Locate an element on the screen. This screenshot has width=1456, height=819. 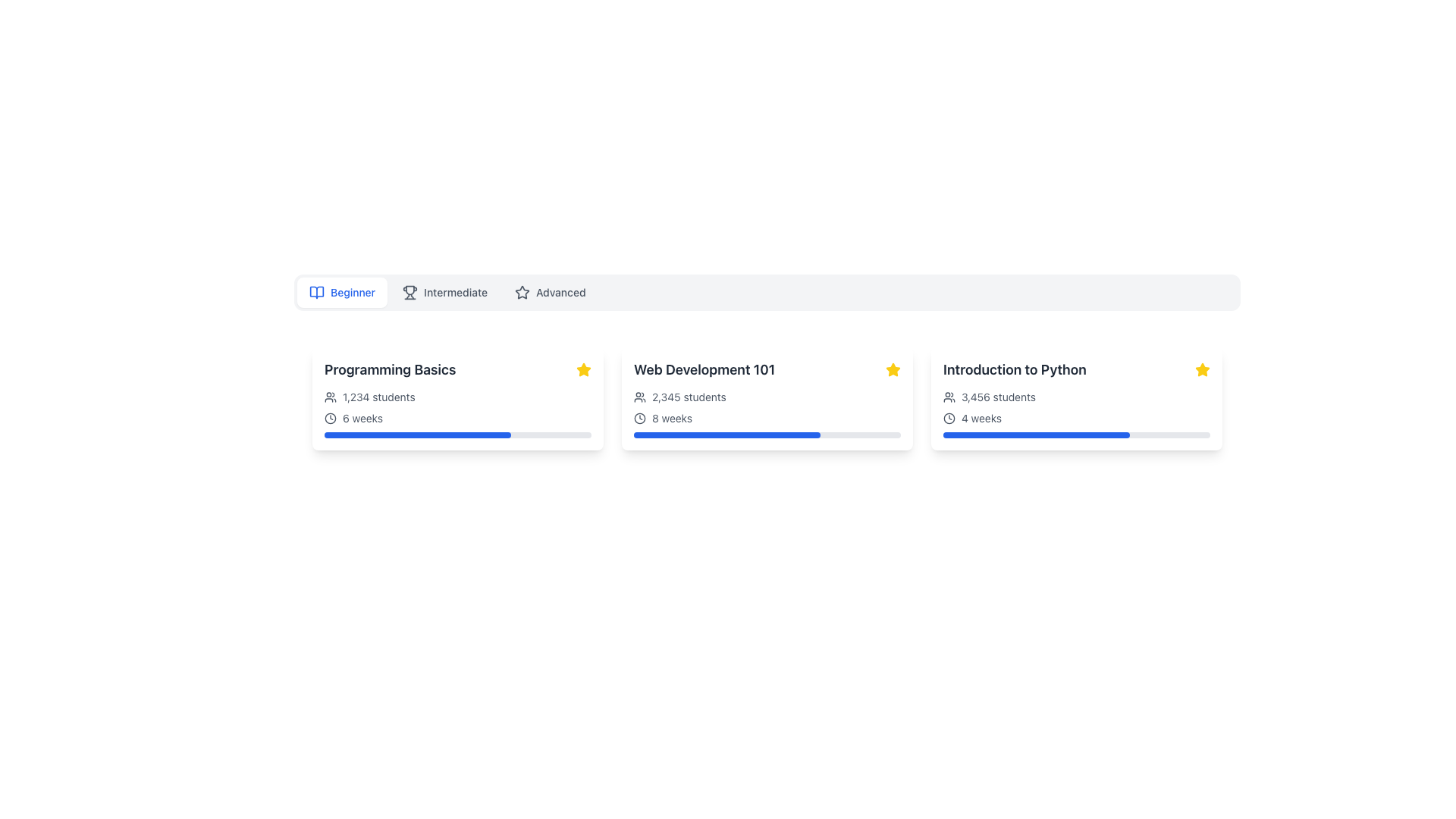
the progress bar indicating 70% completion located at the bottom of the 'Web Development 101' card is located at coordinates (726, 435).